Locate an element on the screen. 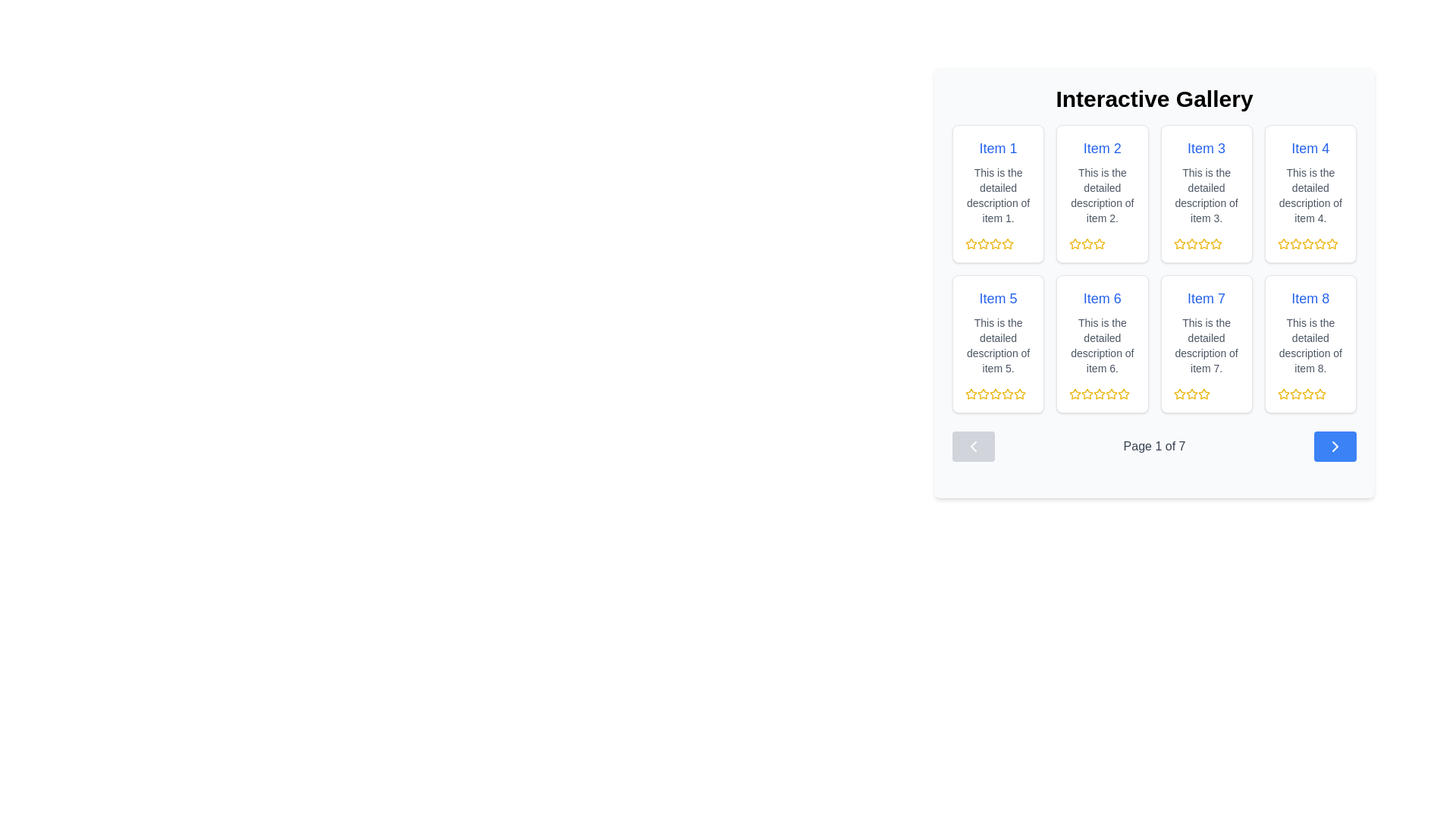 This screenshot has height=819, width=1456. the star icon representing a one-star rating in the 5-star rating system is located at coordinates (1087, 393).